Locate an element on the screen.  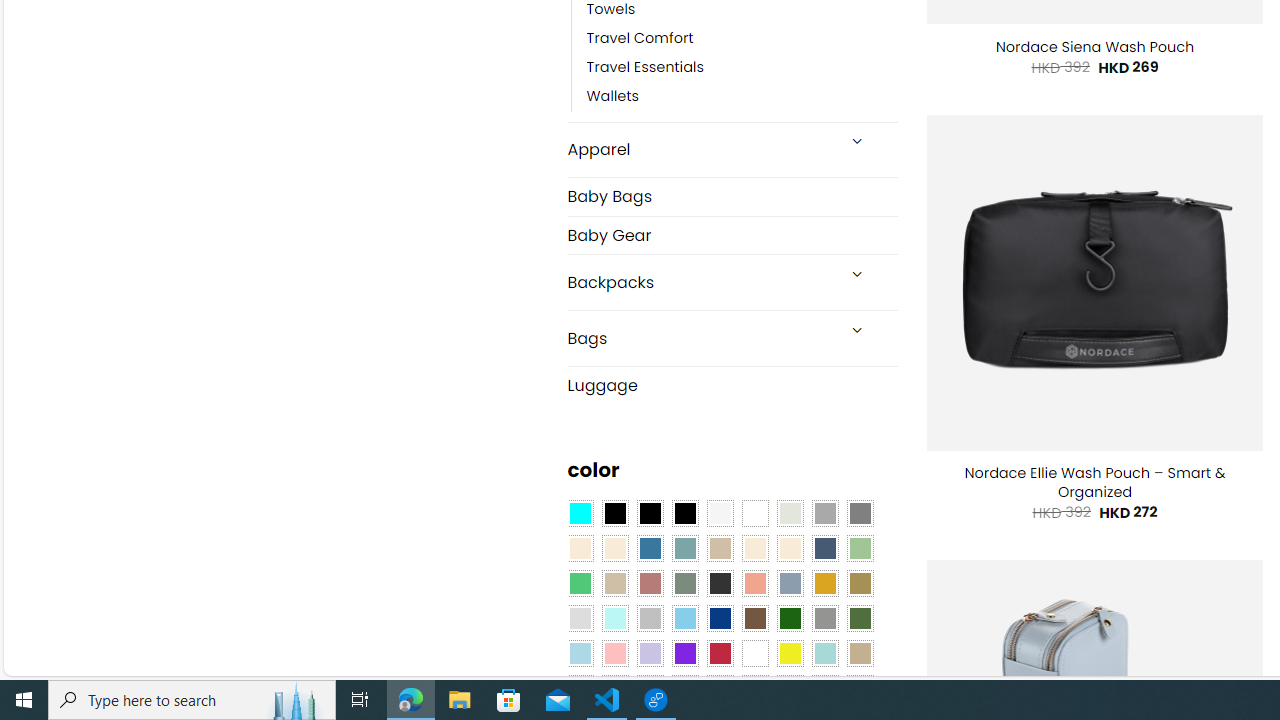
'Light Purple' is located at coordinates (650, 653).